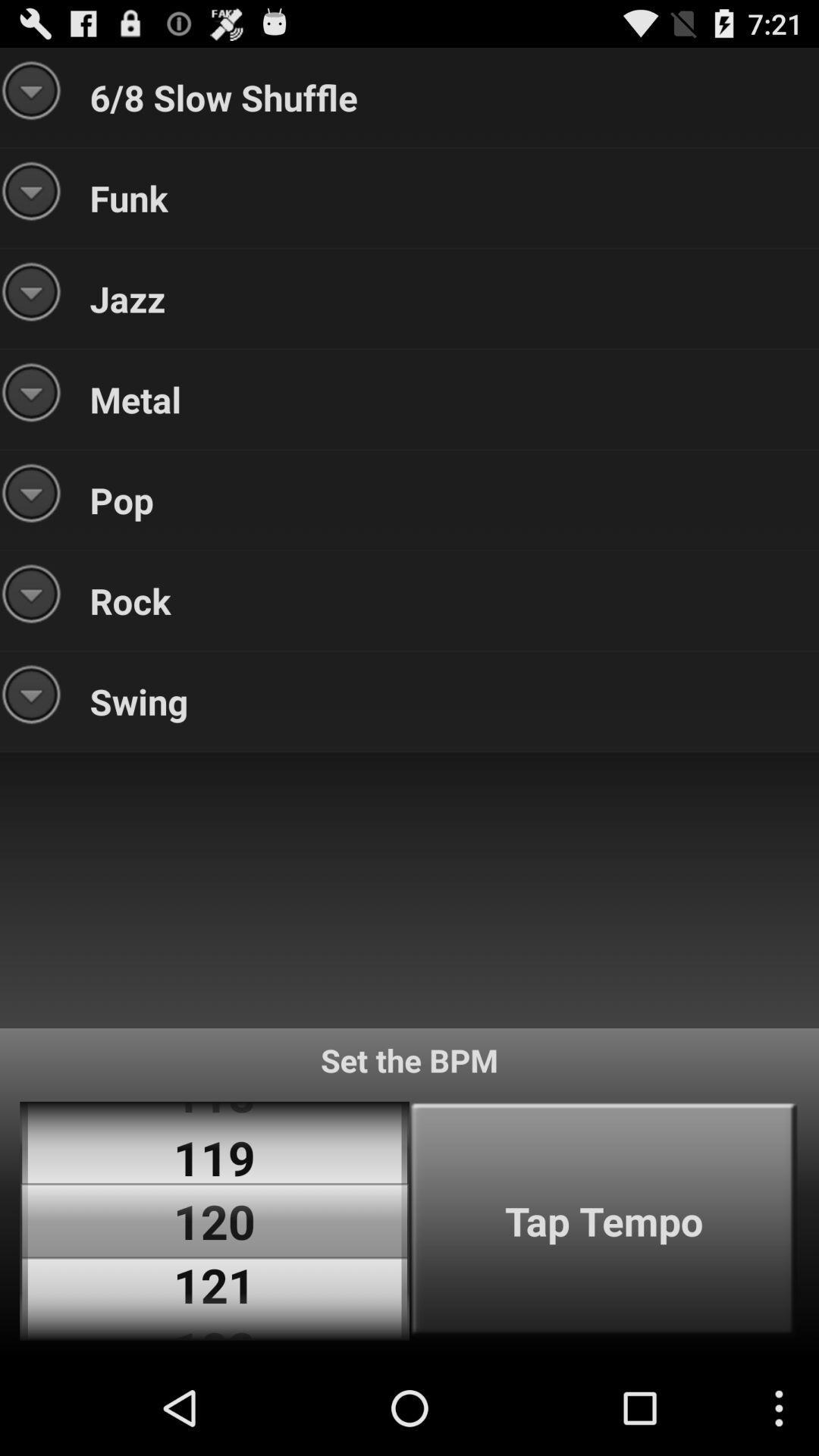 The width and height of the screenshot is (819, 1456). Describe the element at coordinates (603, 1221) in the screenshot. I see `app below the set the bpm icon` at that location.